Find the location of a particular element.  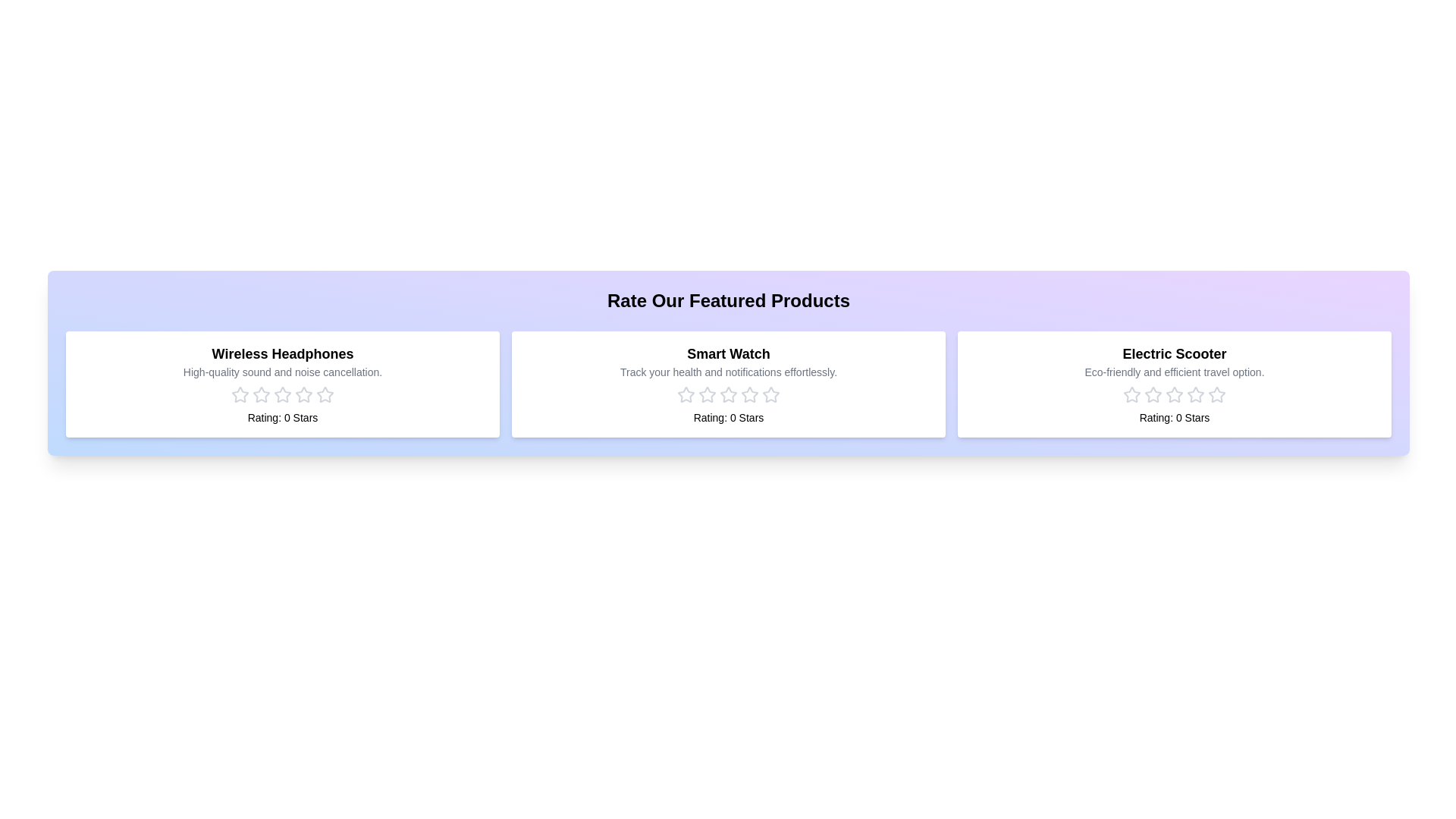

the rating for the product 'Smart Watch' to 1 stars by clicking on the corresponding star is located at coordinates (686, 394).